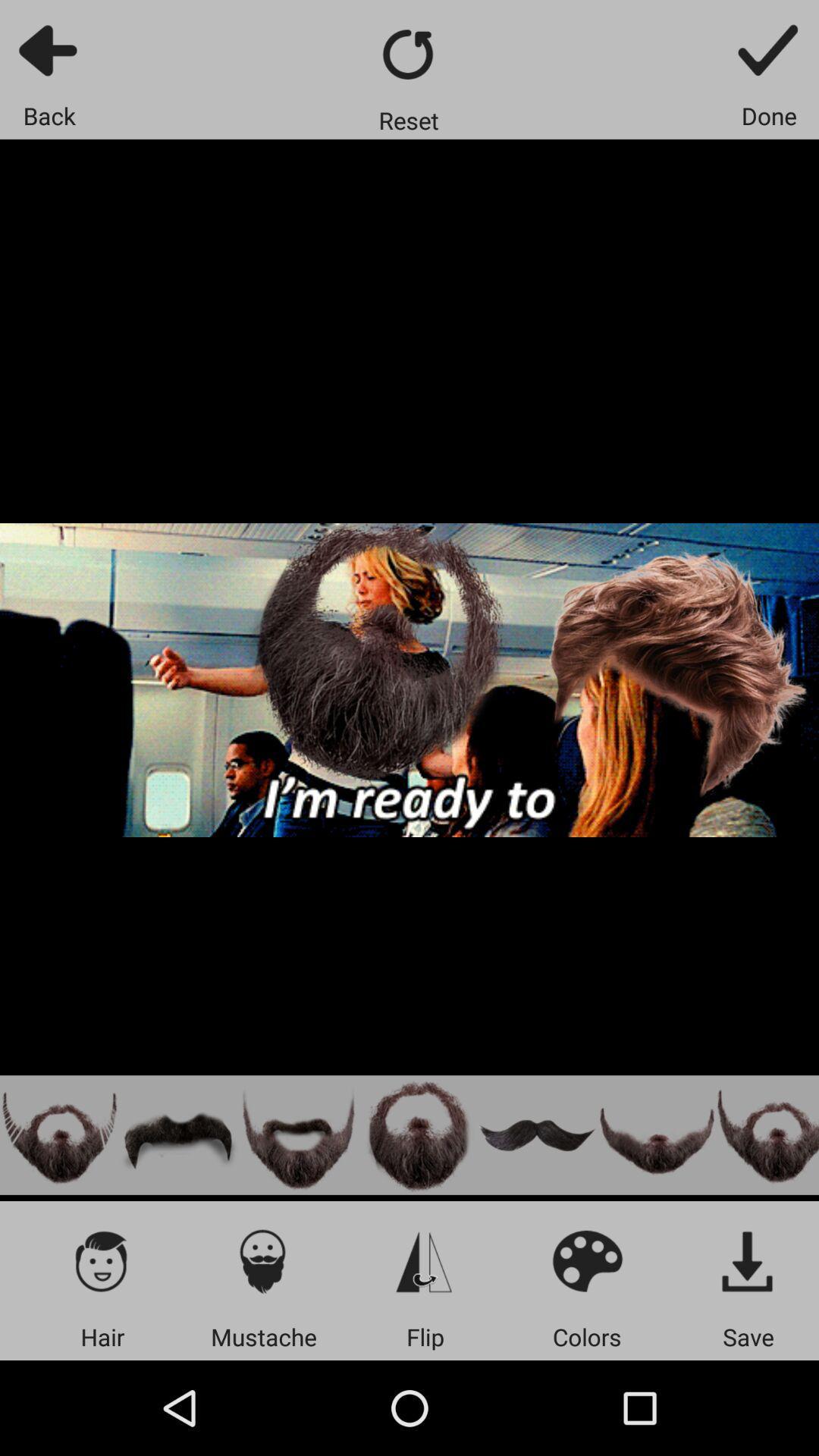  What do you see at coordinates (58, 1135) in the screenshot?
I see `bear` at bounding box center [58, 1135].